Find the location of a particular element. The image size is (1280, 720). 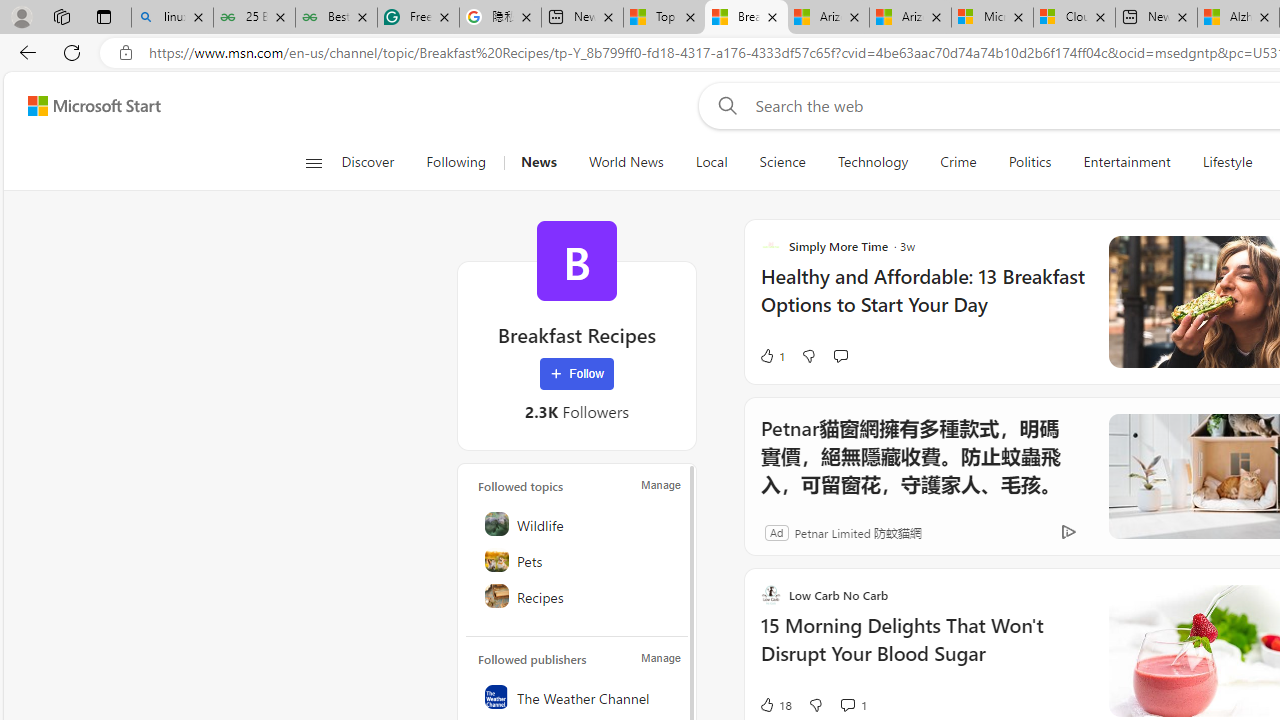

'Crime' is located at coordinates (957, 162).